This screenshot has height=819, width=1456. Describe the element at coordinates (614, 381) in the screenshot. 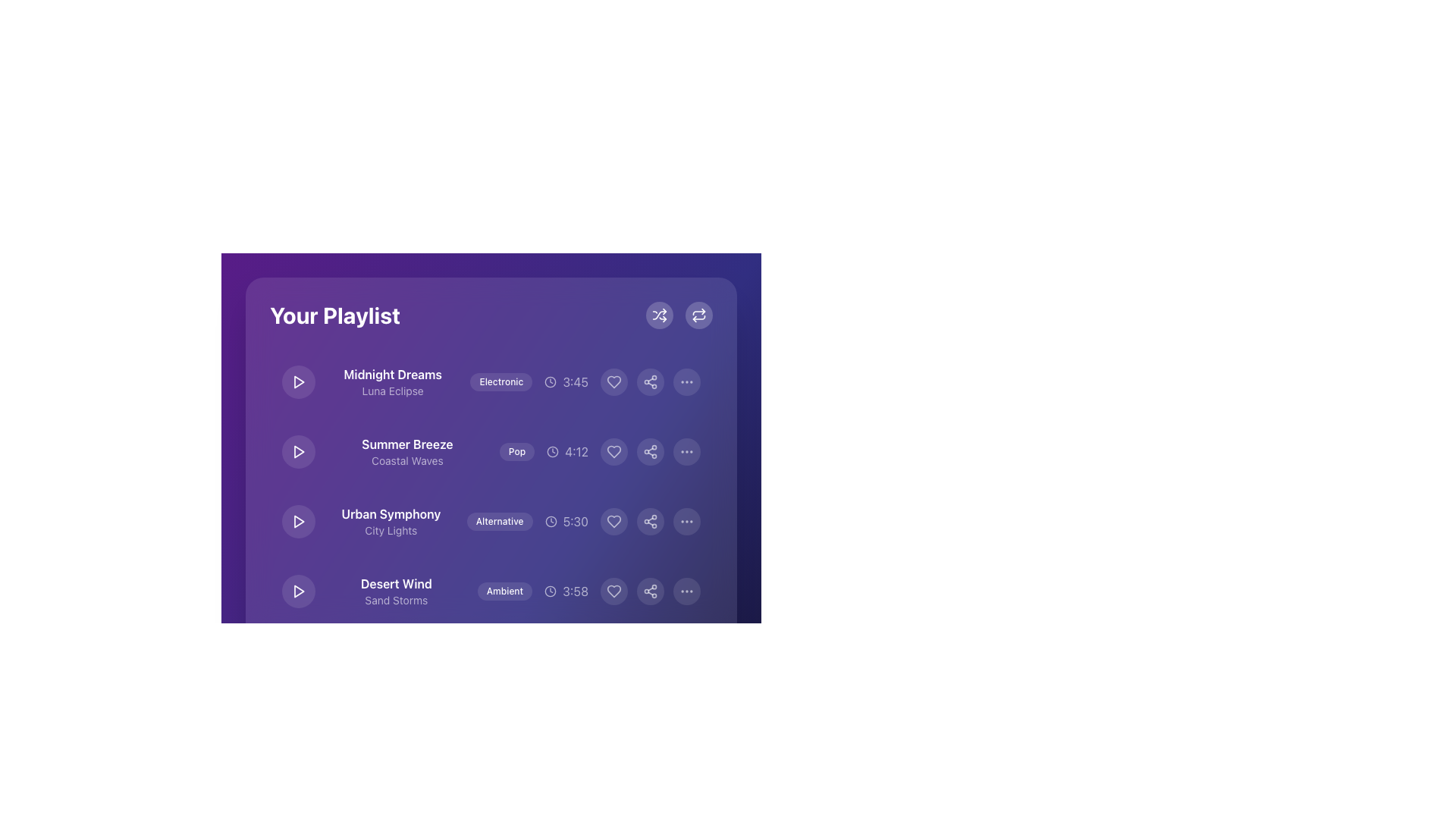

I see `the heart icon button representing 'like' or 'favorite' in the playlist interface` at that location.